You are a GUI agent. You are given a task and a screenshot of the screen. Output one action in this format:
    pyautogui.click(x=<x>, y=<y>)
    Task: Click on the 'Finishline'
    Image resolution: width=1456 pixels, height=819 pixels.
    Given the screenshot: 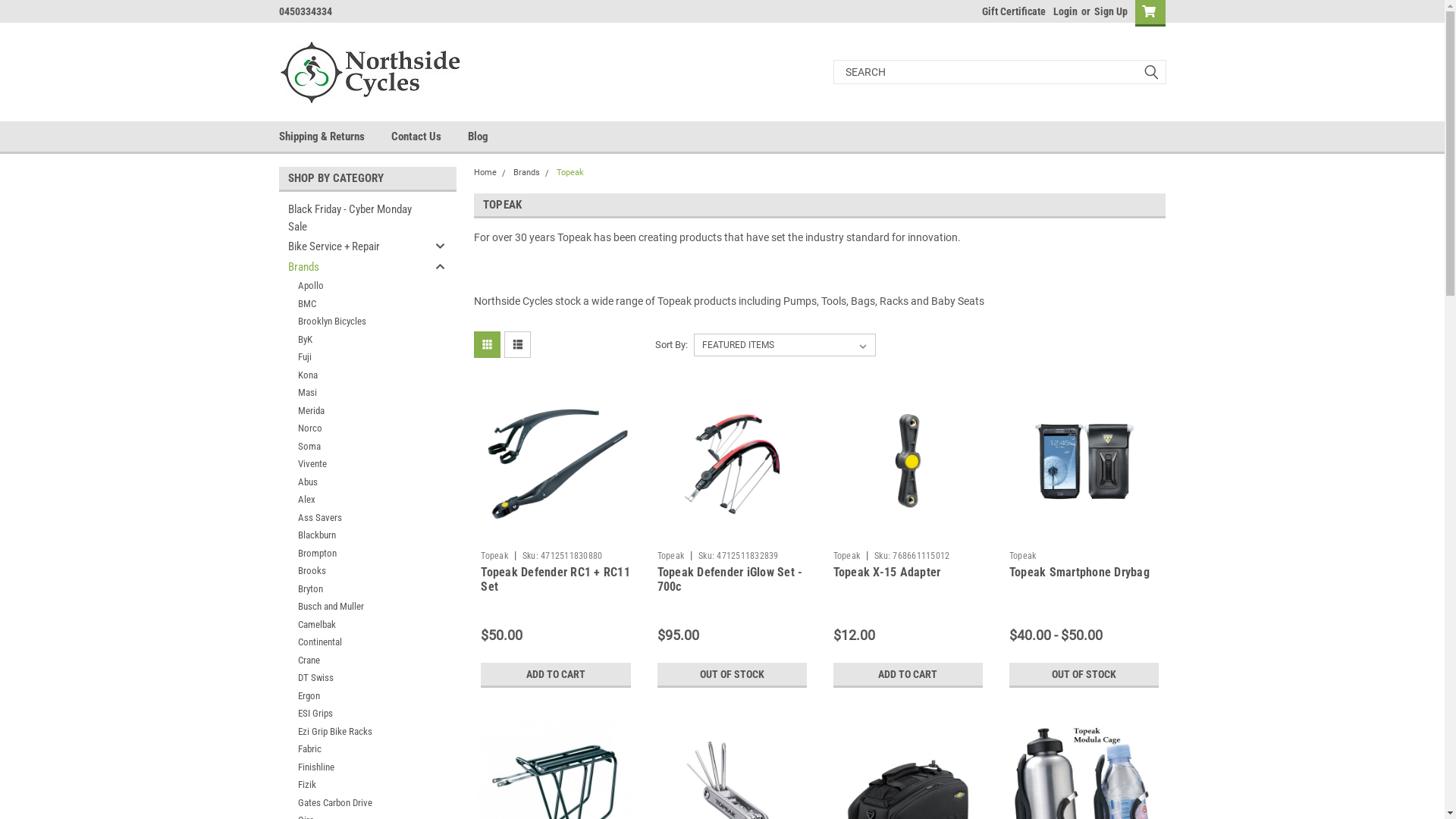 What is the action you would take?
    pyautogui.click(x=279, y=767)
    